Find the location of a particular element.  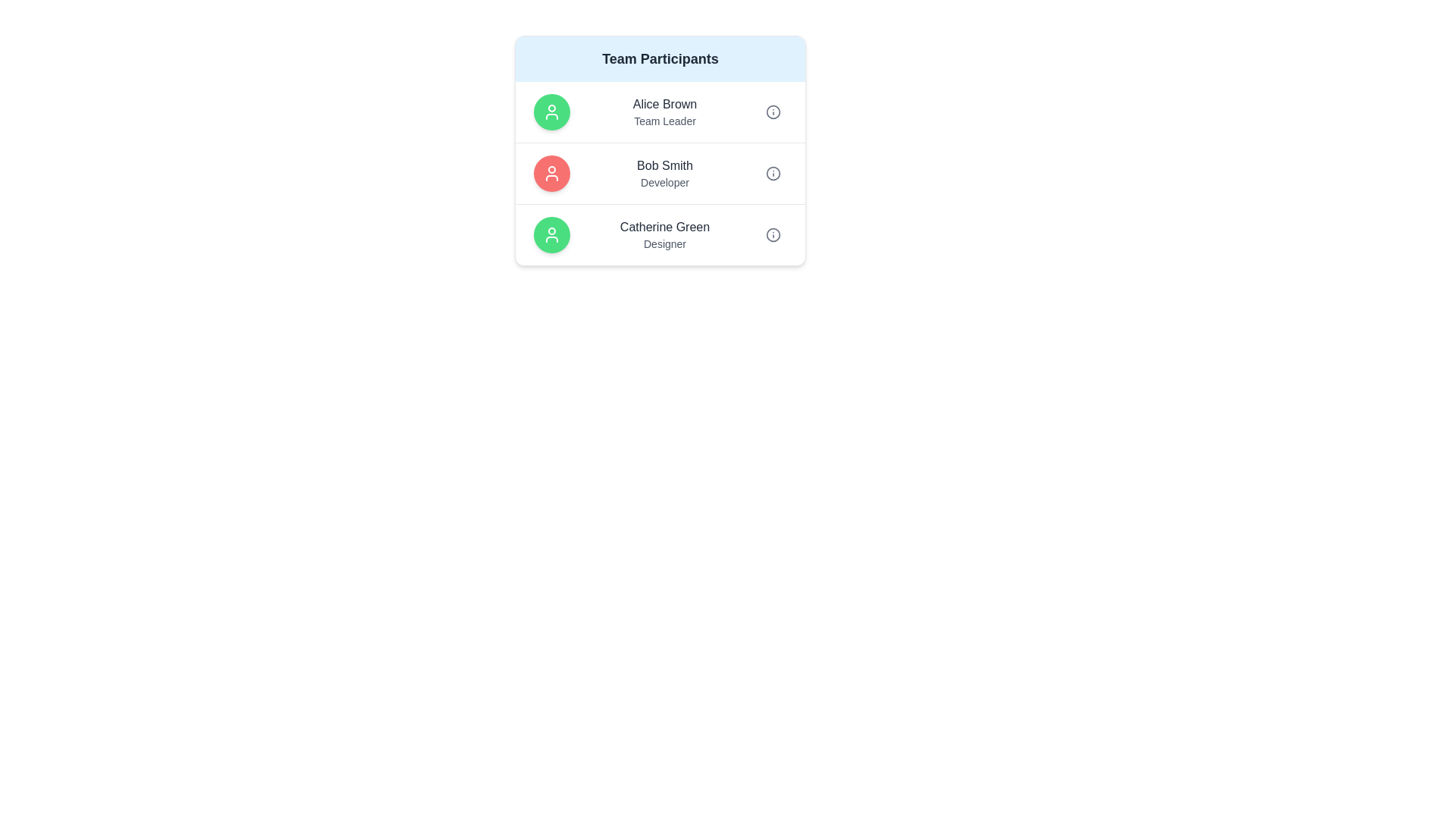

the circular avatar icon with a green background and white user silhouette representing Alice Brown is located at coordinates (551, 111).